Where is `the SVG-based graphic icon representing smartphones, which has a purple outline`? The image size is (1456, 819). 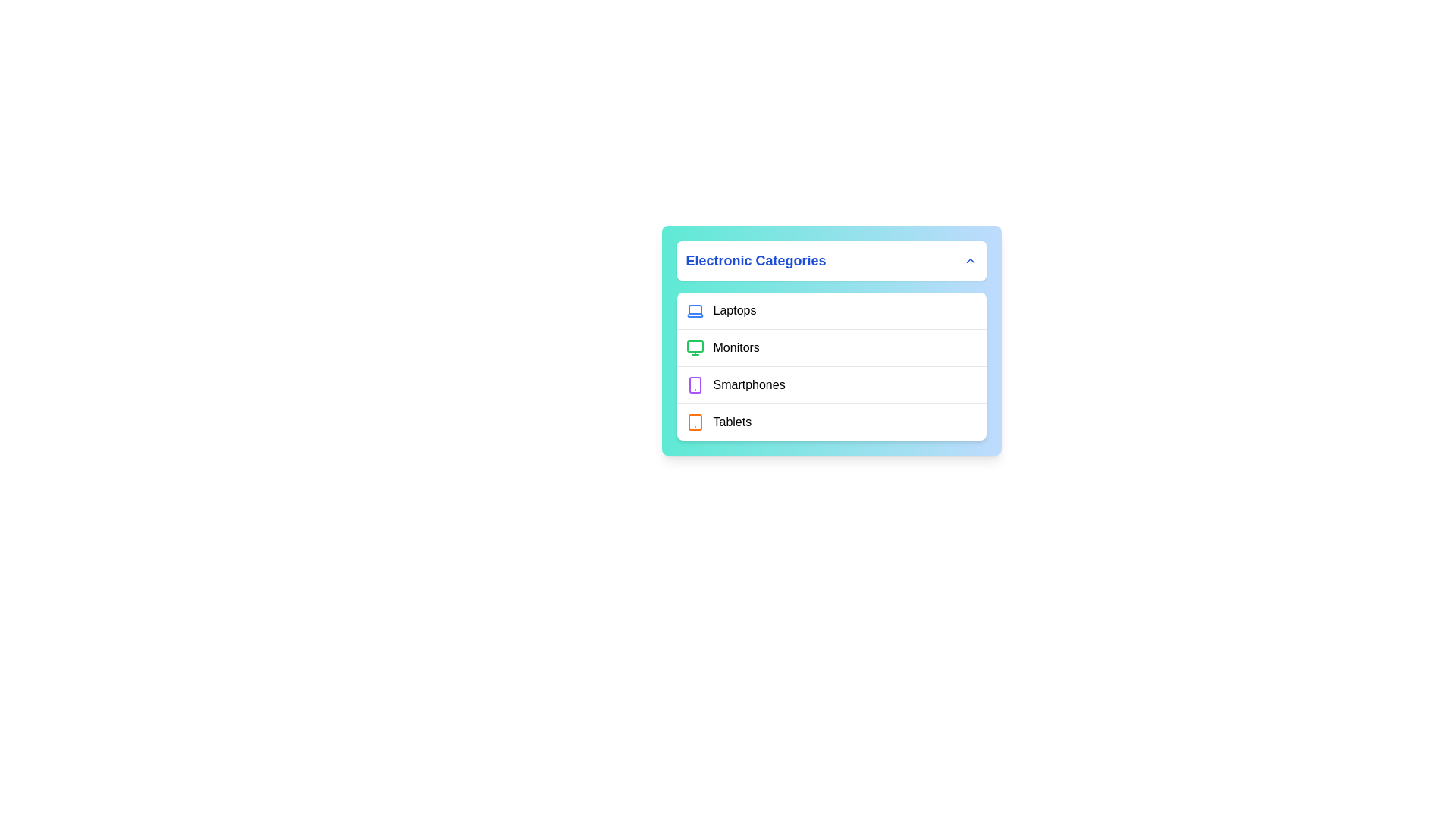 the SVG-based graphic icon representing smartphones, which has a purple outline is located at coordinates (694, 384).